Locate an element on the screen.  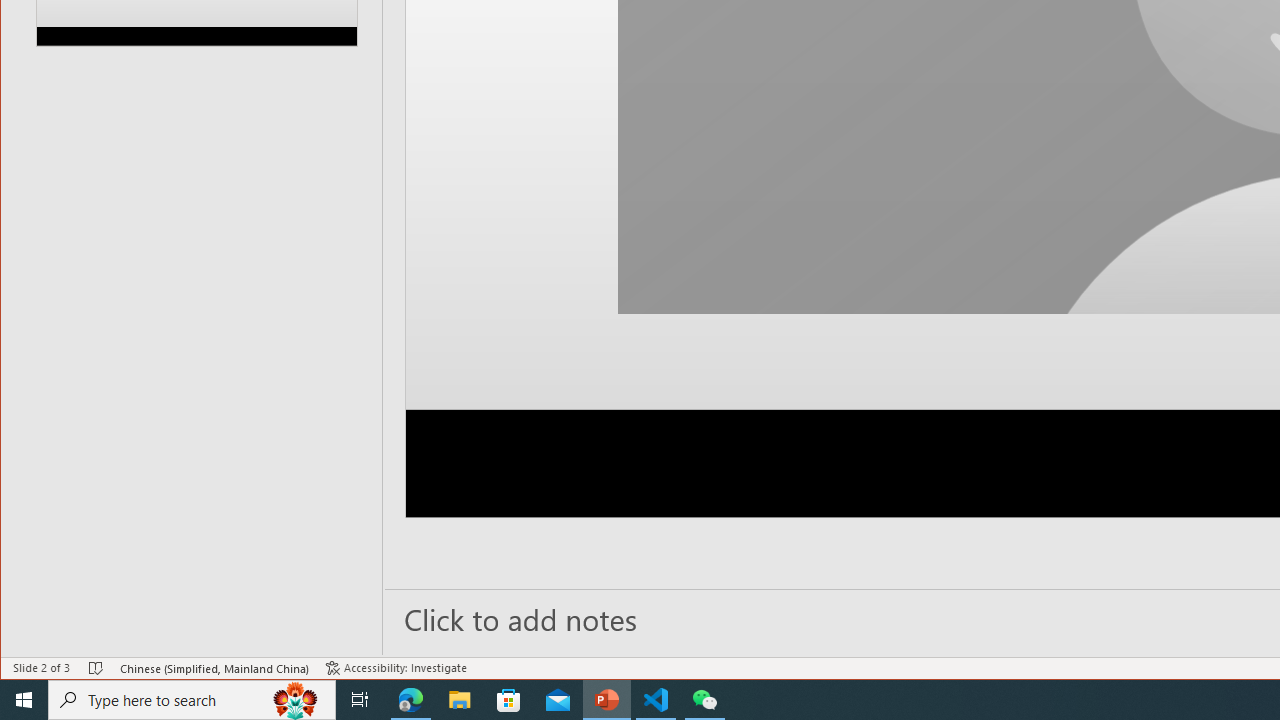
'Start' is located at coordinates (24, 698).